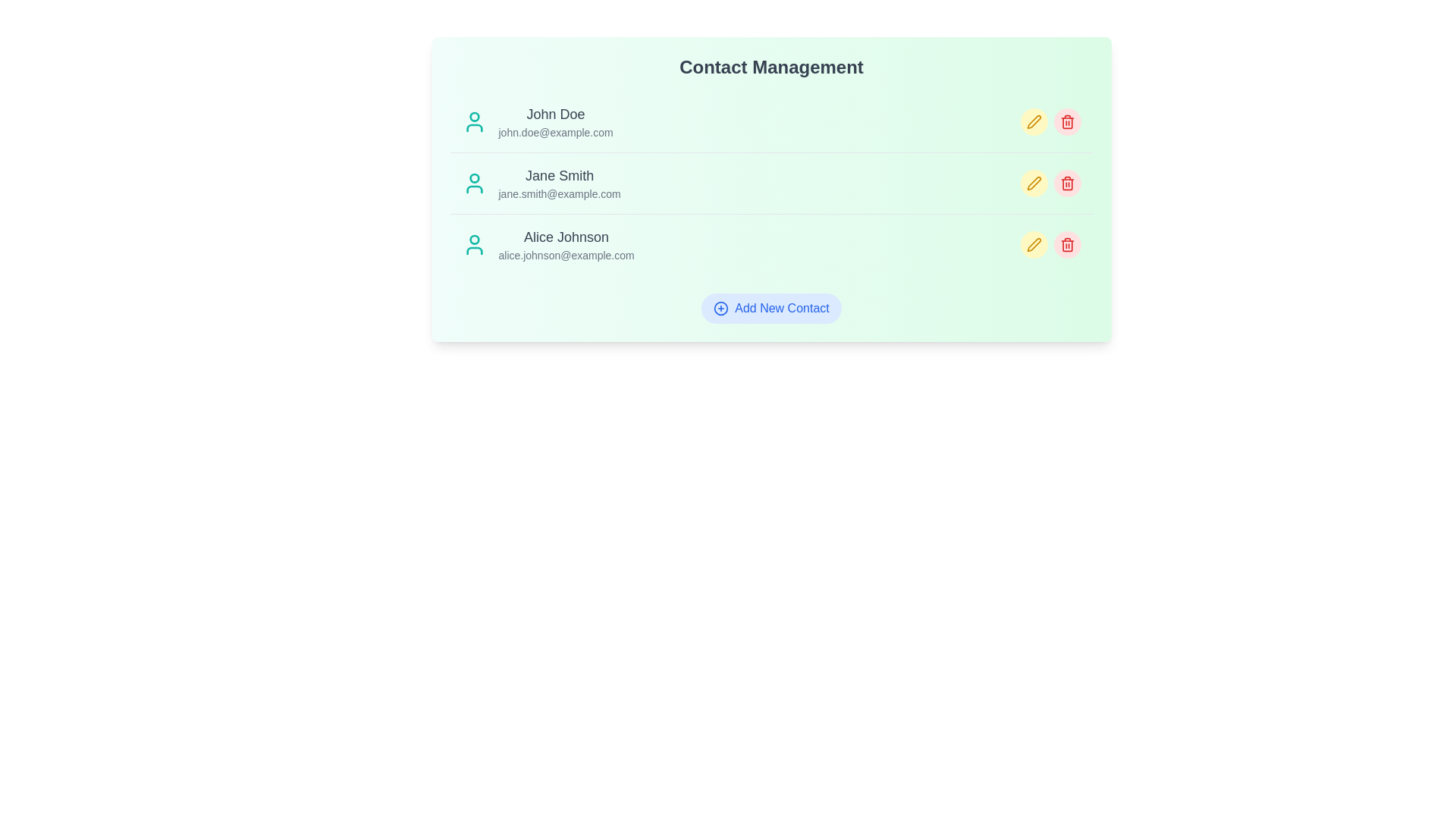 The height and width of the screenshot is (819, 1456). Describe the element at coordinates (1066, 244) in the screenshot. I see `delete icon next to the contact with name Alice Johnson` at that location.